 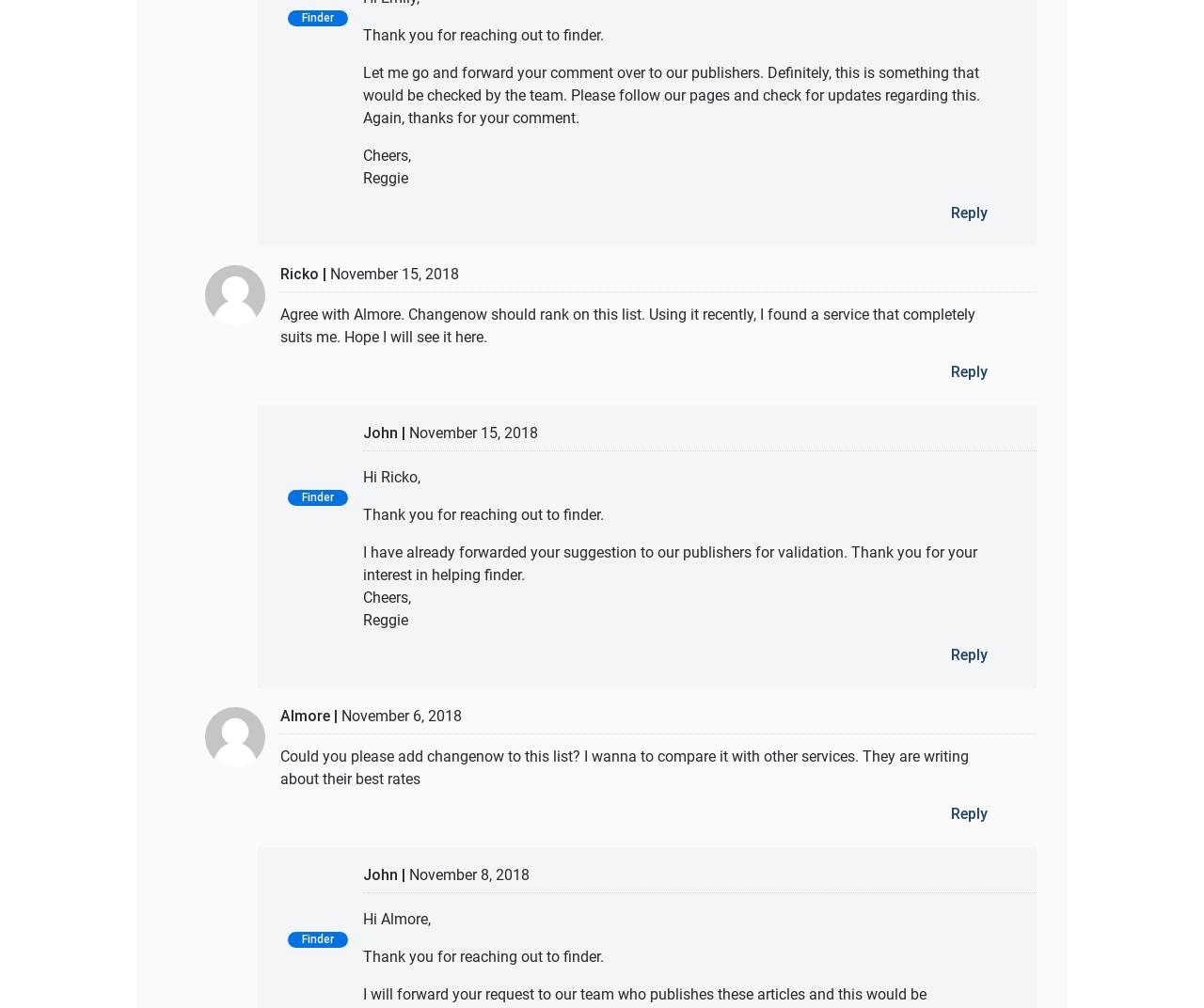 I want to click on 'Could you please add changenow to this list? I wanna to compare it with other services. They are writing about their best rates', so click(x=625, y=765).